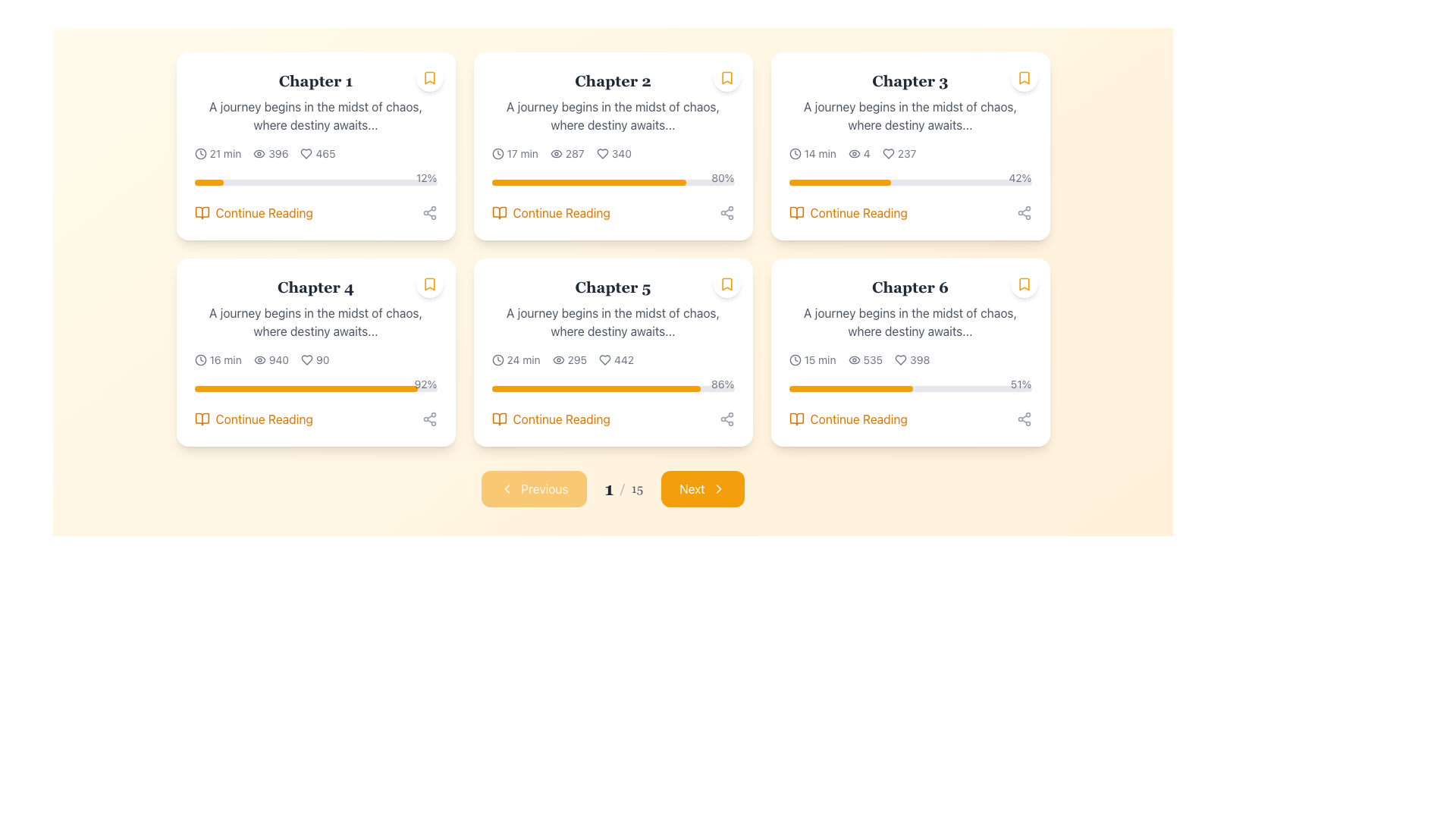 Image resolution: width=1456 pixels, height=819 pixels. I want to click on like count displayed in the 'Chapter 1' card, which is located in the second row of the center section, aligned with the heart icon showing '465', so click(325, 154).